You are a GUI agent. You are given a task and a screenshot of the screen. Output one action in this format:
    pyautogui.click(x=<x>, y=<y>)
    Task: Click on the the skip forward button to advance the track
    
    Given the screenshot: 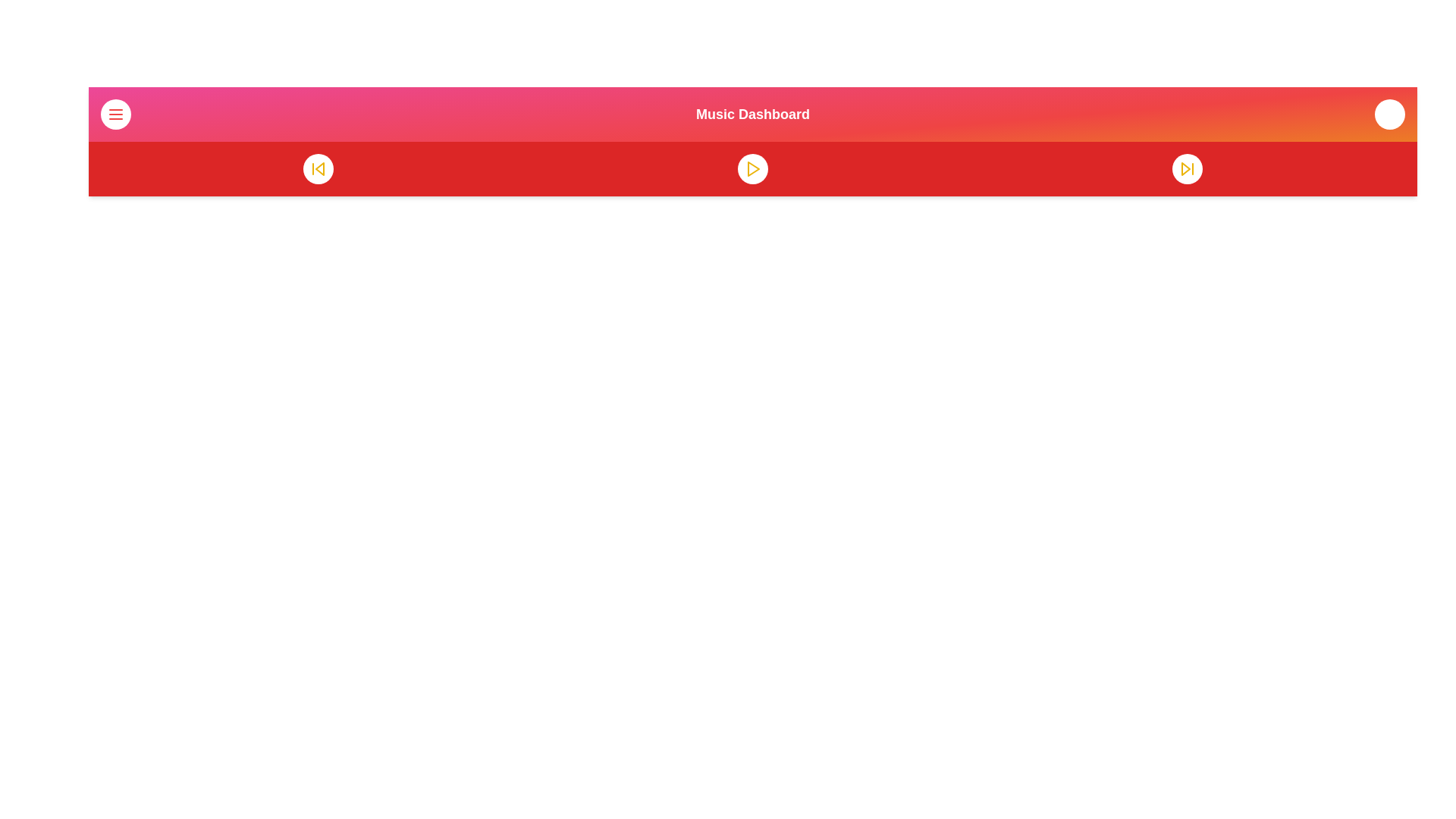 What is the action you would take?
    pyautogui.click(x=1186, y=169)
    